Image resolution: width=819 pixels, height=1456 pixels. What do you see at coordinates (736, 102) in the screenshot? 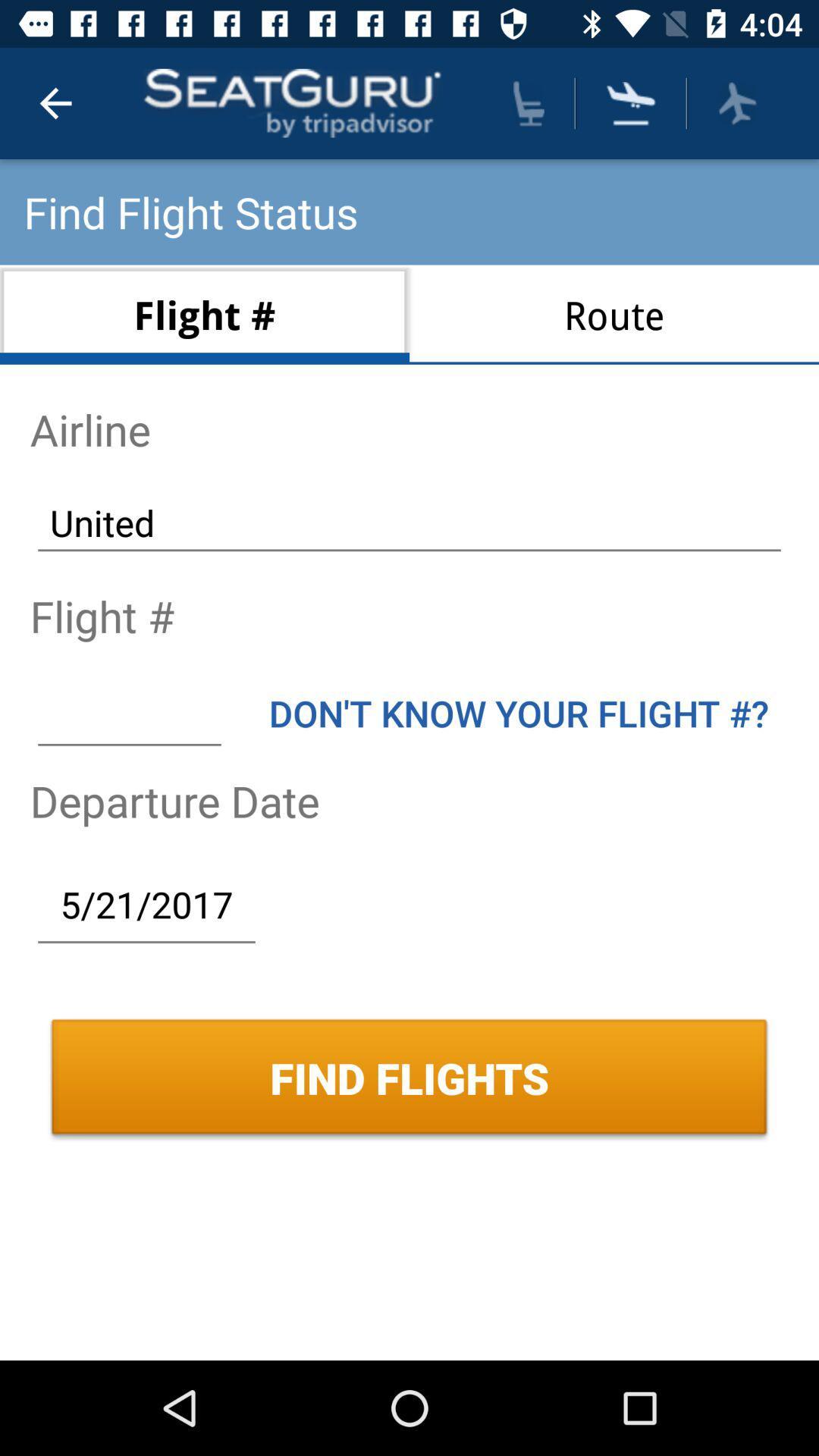
I see `on the go` at bounding box center [736, 102].